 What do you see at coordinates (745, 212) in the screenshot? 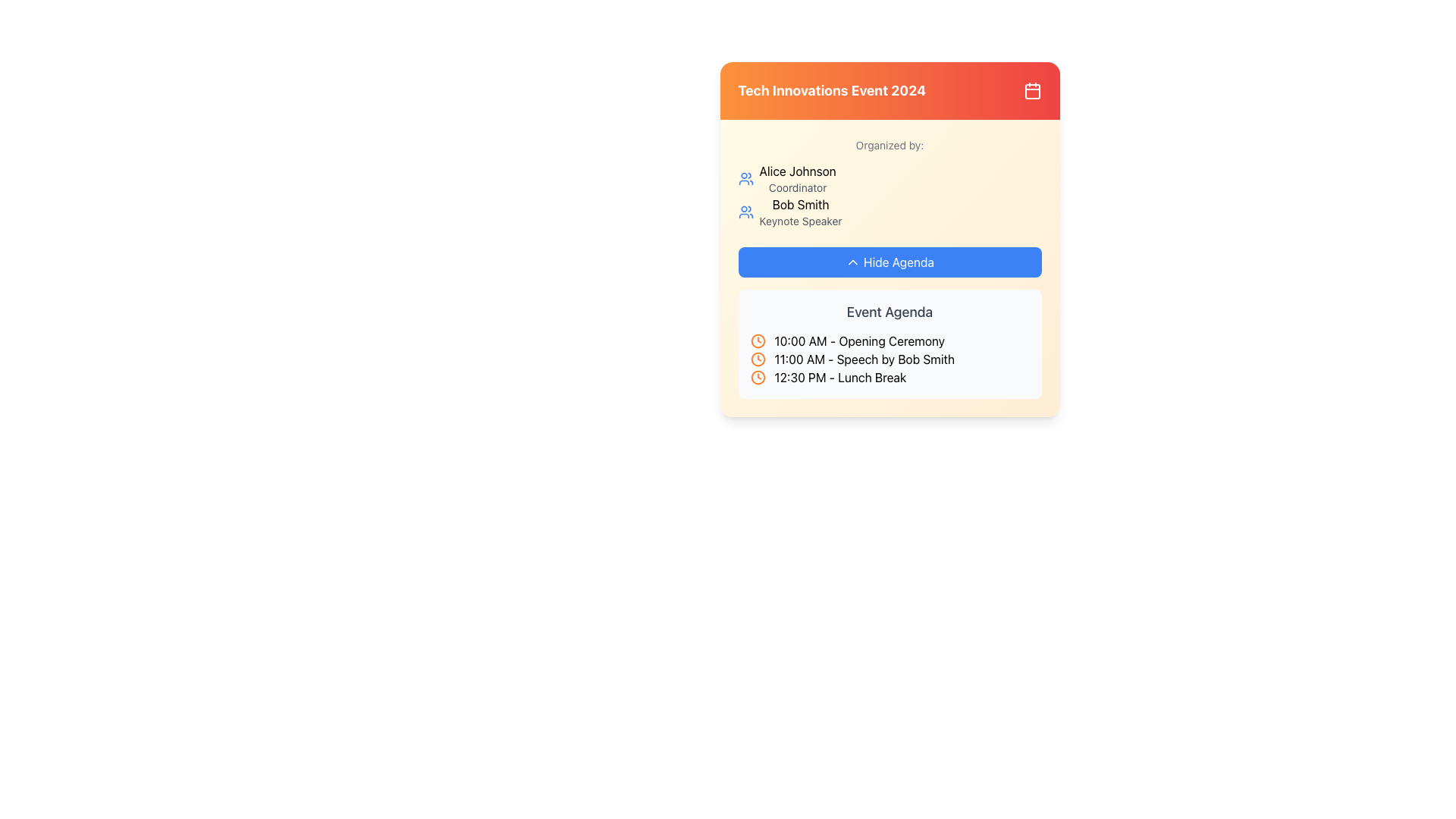
I see `the SVG Icon representing Bob Smith, which is located to the left of the text 'Bob Smith' in the Tech Innovations Event 2024 card` at bounding box center [745, 212].